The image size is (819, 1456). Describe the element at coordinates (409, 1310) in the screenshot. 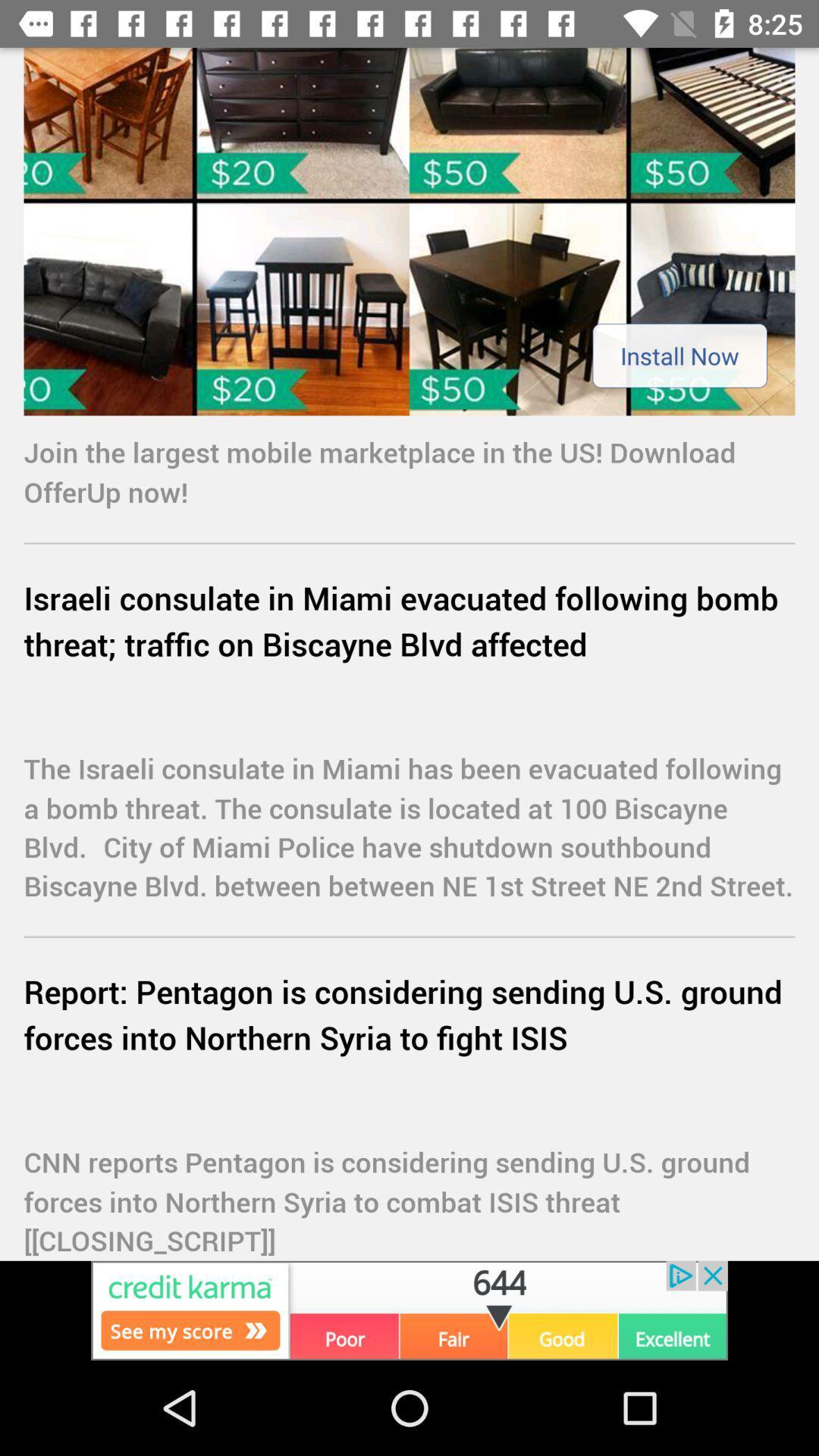

I see `advertisement` at that location.